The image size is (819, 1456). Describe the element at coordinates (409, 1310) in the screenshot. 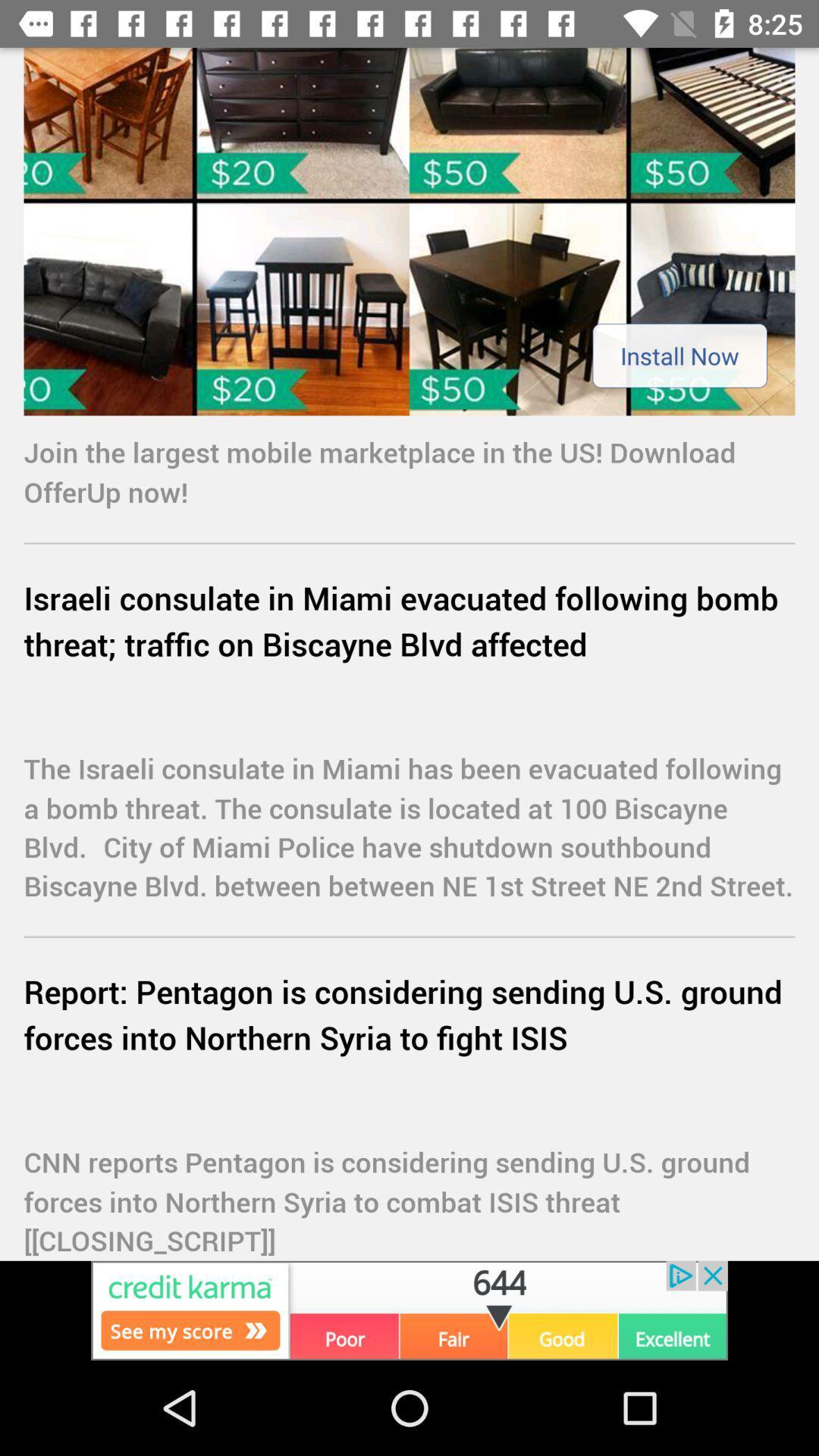

I see `advertisement` at that location.